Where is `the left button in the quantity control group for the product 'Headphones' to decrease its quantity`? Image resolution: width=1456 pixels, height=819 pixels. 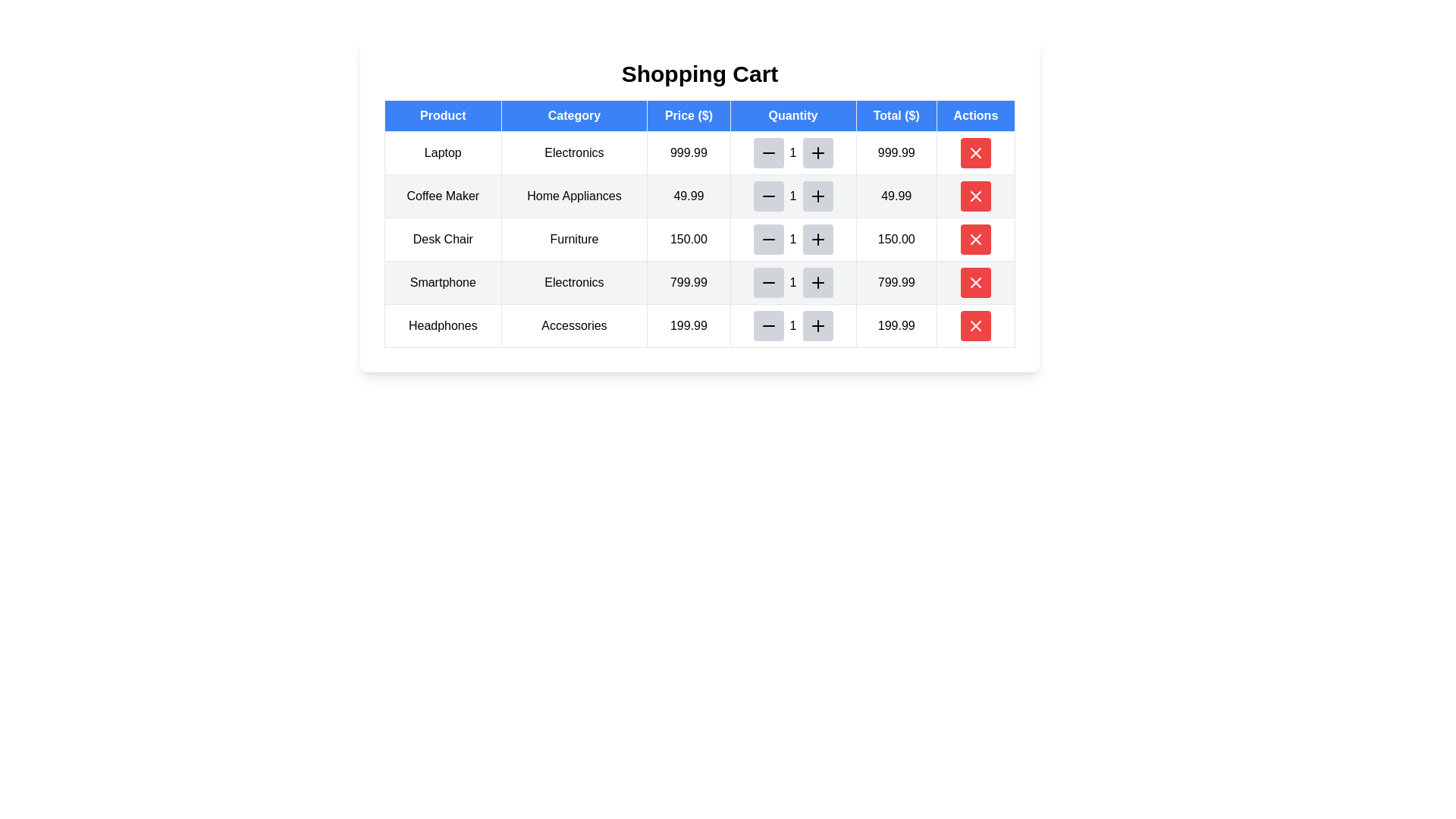 the left button in the quantity control group for the product 'Headphones' to decrease its quantity is located at coordinates (768, 325).